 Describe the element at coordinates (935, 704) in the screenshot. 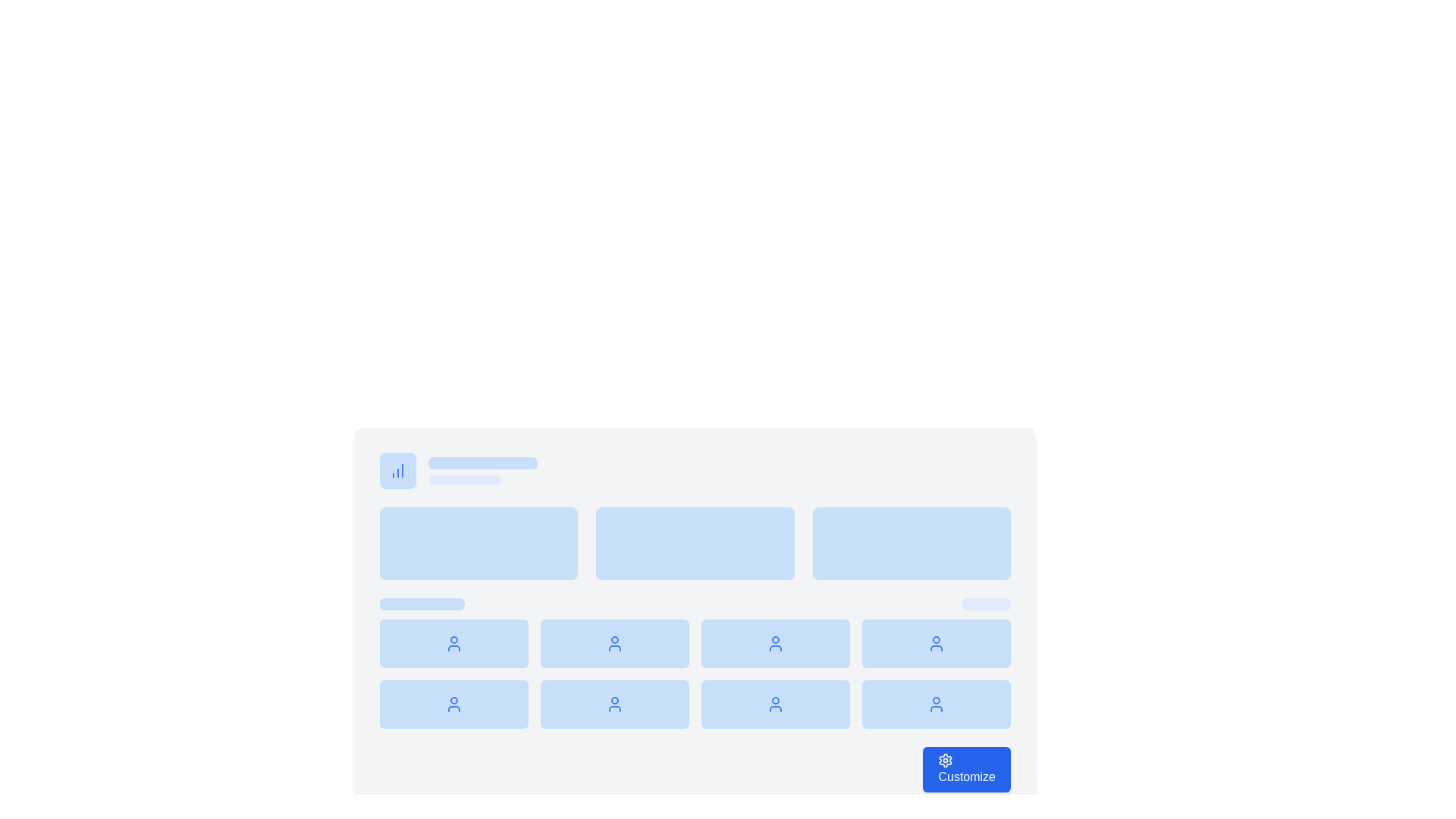

I see `the user's profile graphical icon with a blue outline located at the bottom-right of the grid layout` at that location.